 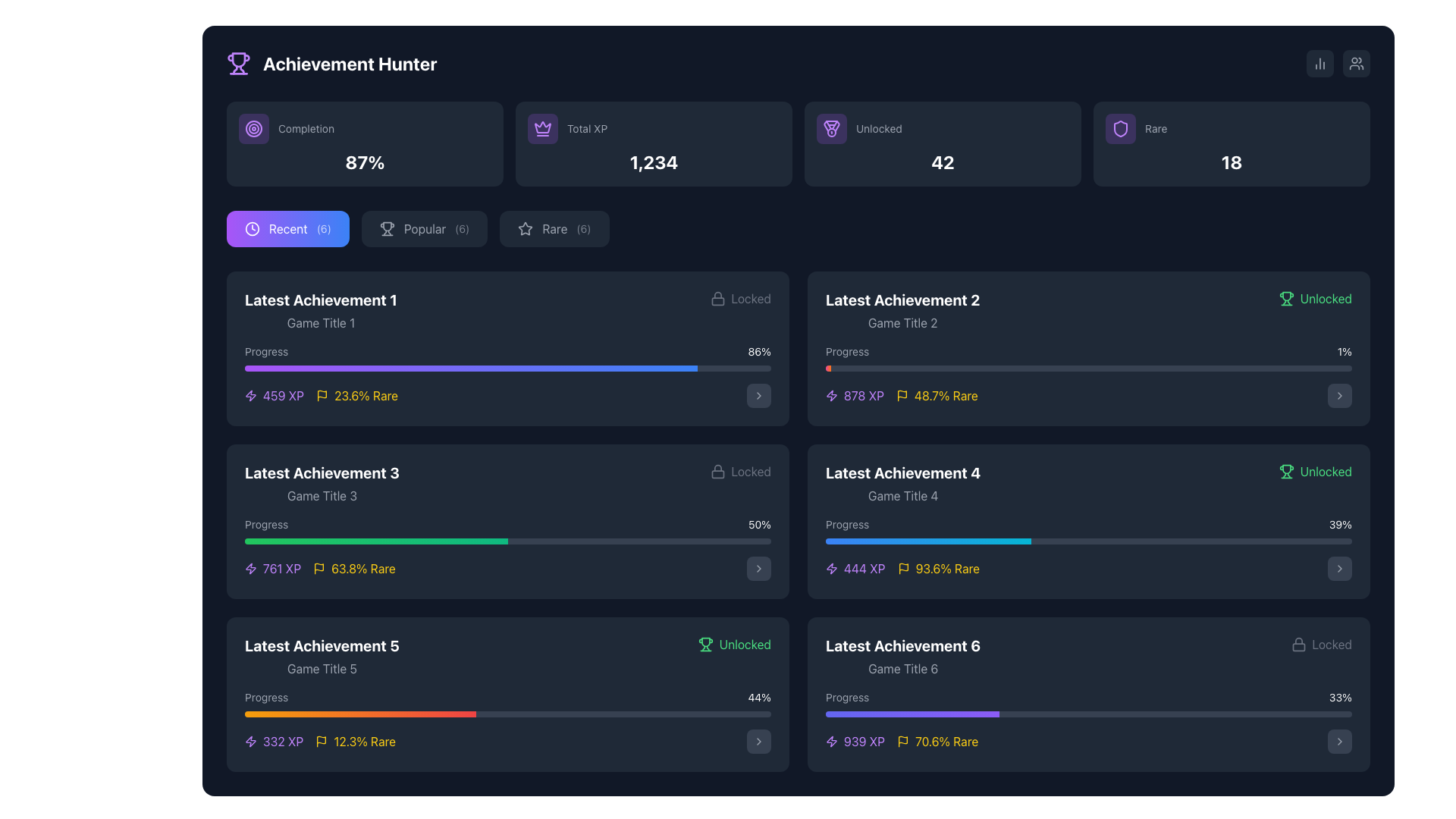 I want to click on the Progress indicator bar of 'Latest Achievement 6', which is a rectangular bar with a gradient fill from indigo to violet, indicating 33% progress, so click(x=912, y=714).